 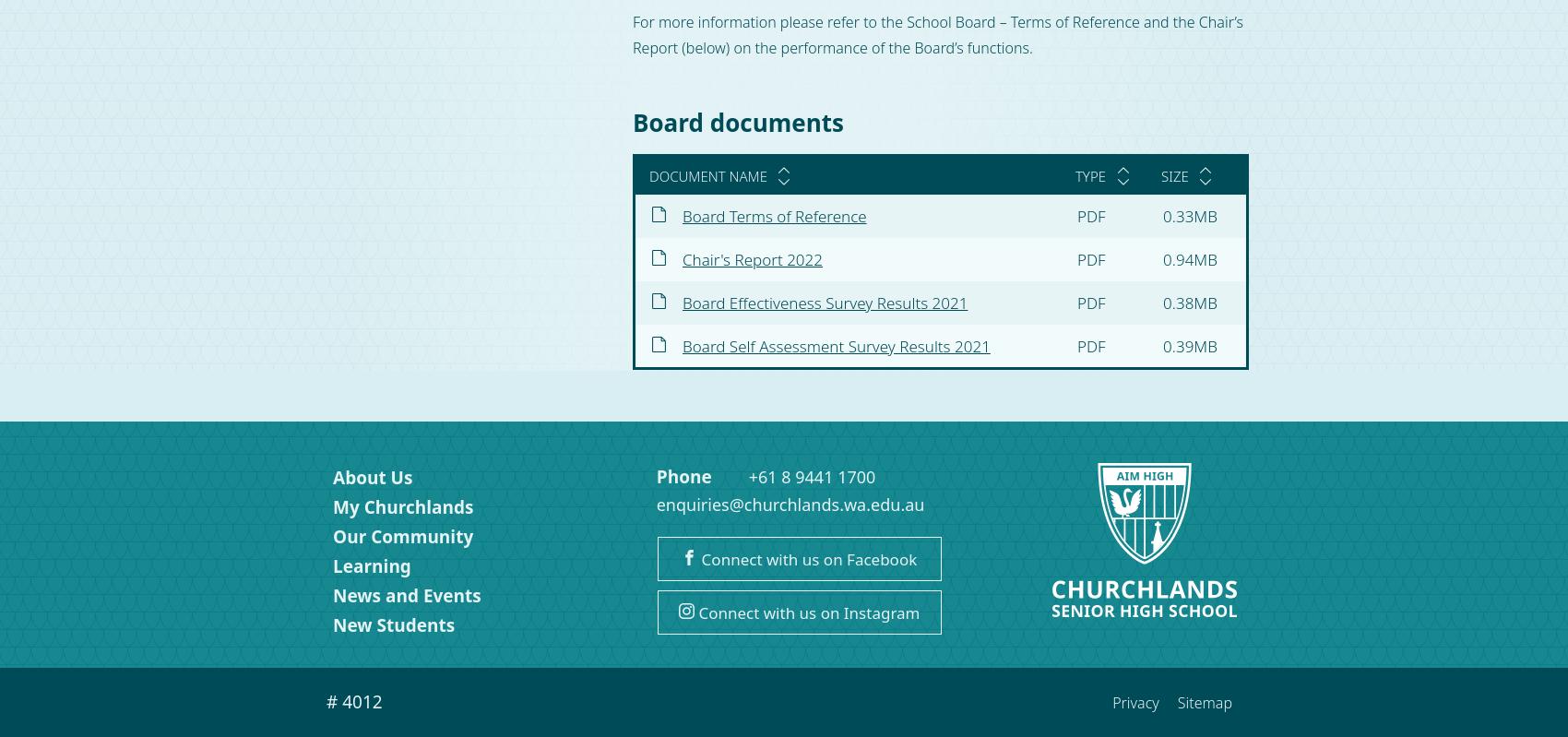 I want to click on 'Privacy', so click(x=1134, y=703).